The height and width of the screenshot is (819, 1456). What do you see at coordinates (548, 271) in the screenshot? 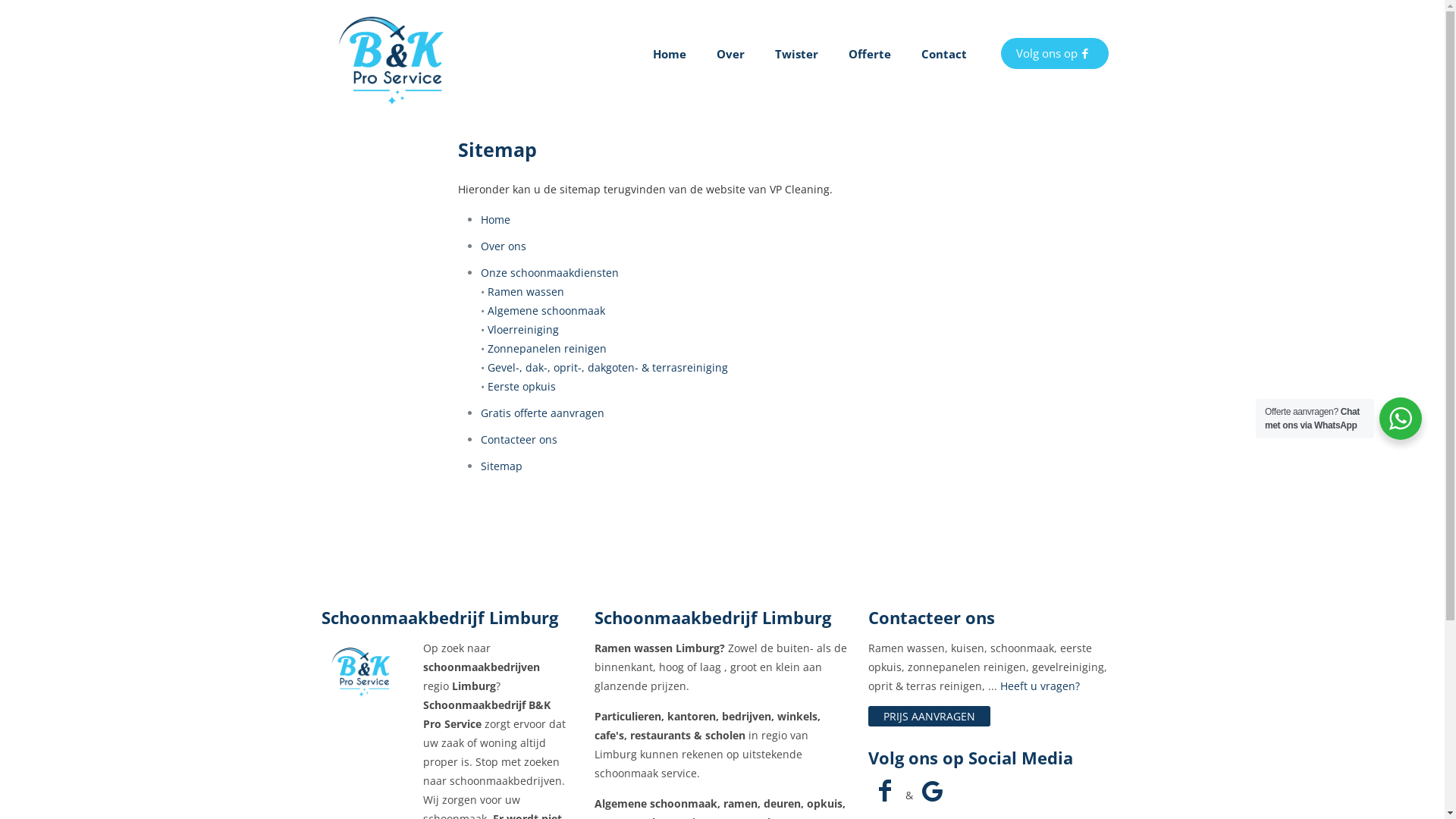
I see `'Onze schoonmaakdiensten'` at bounding box center [548, 271].